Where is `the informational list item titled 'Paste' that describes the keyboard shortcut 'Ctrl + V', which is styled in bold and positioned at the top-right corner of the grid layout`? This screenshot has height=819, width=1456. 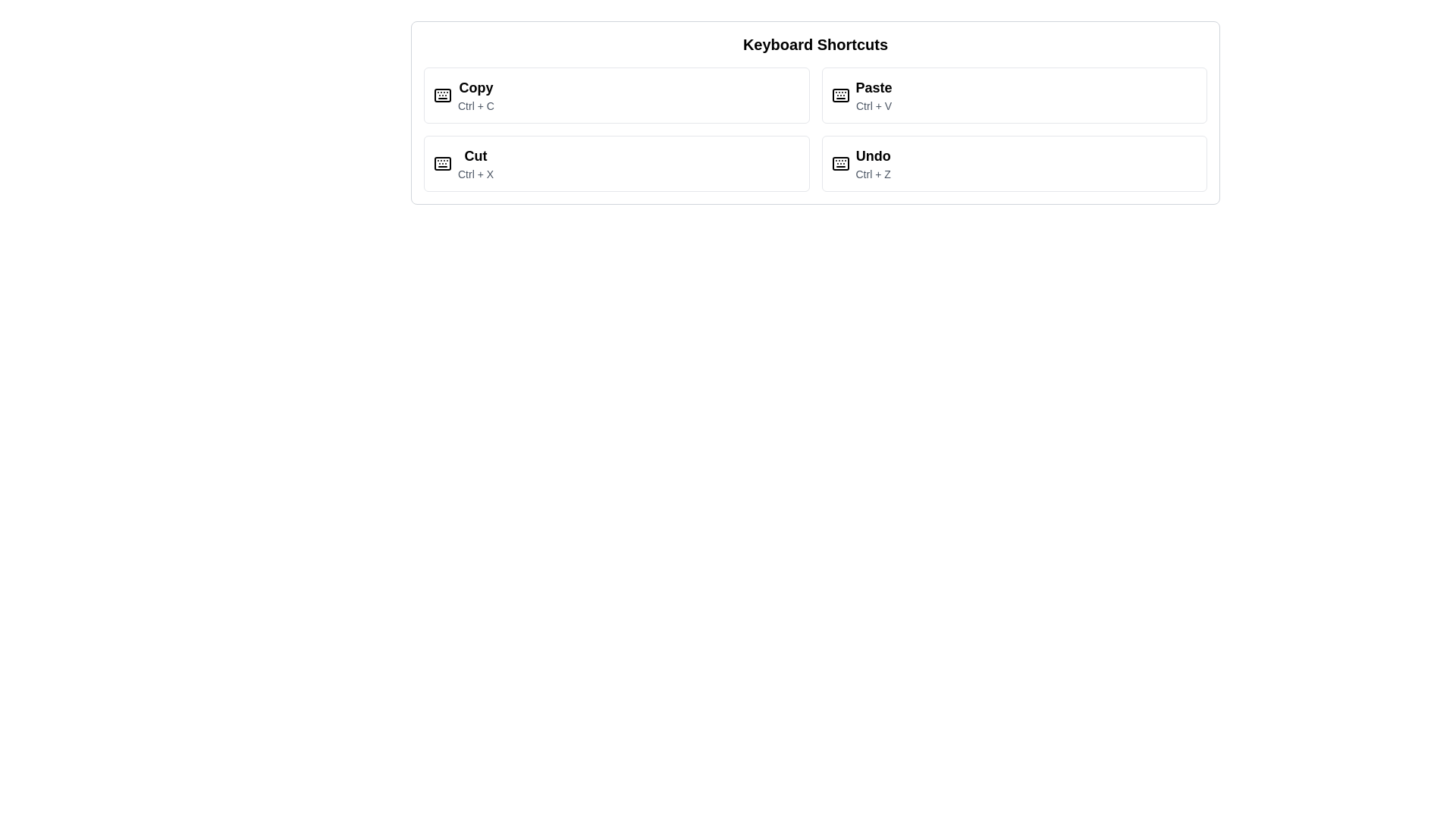
the informational list item titled 'Paste' that describes the keyboard shortcut 'Ctrl + V', which is styled in bold and positioned at the top-right corner of the grid layout is located at coordinates (874, 96).